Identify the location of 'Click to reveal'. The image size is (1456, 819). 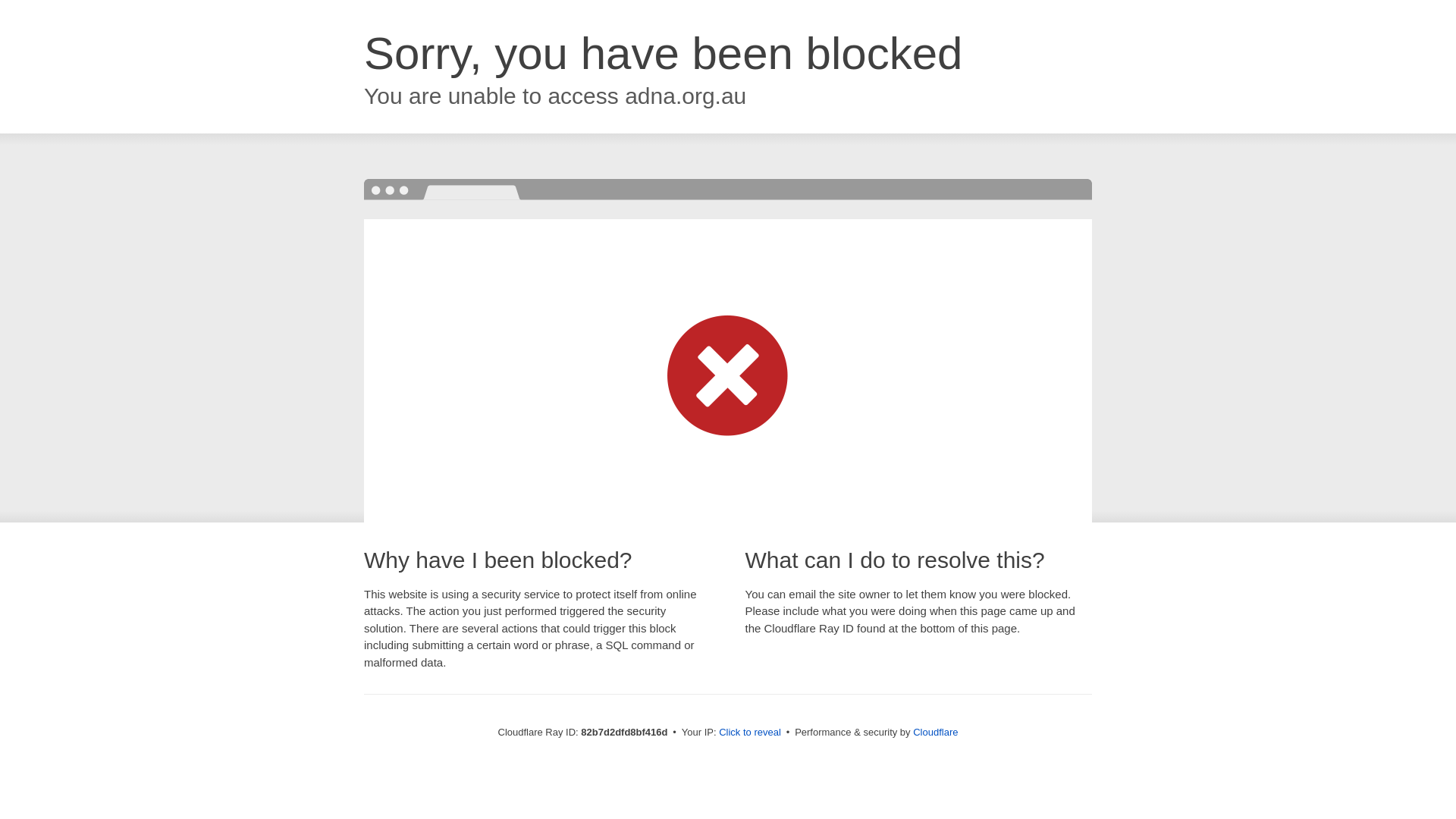
(749, 731).